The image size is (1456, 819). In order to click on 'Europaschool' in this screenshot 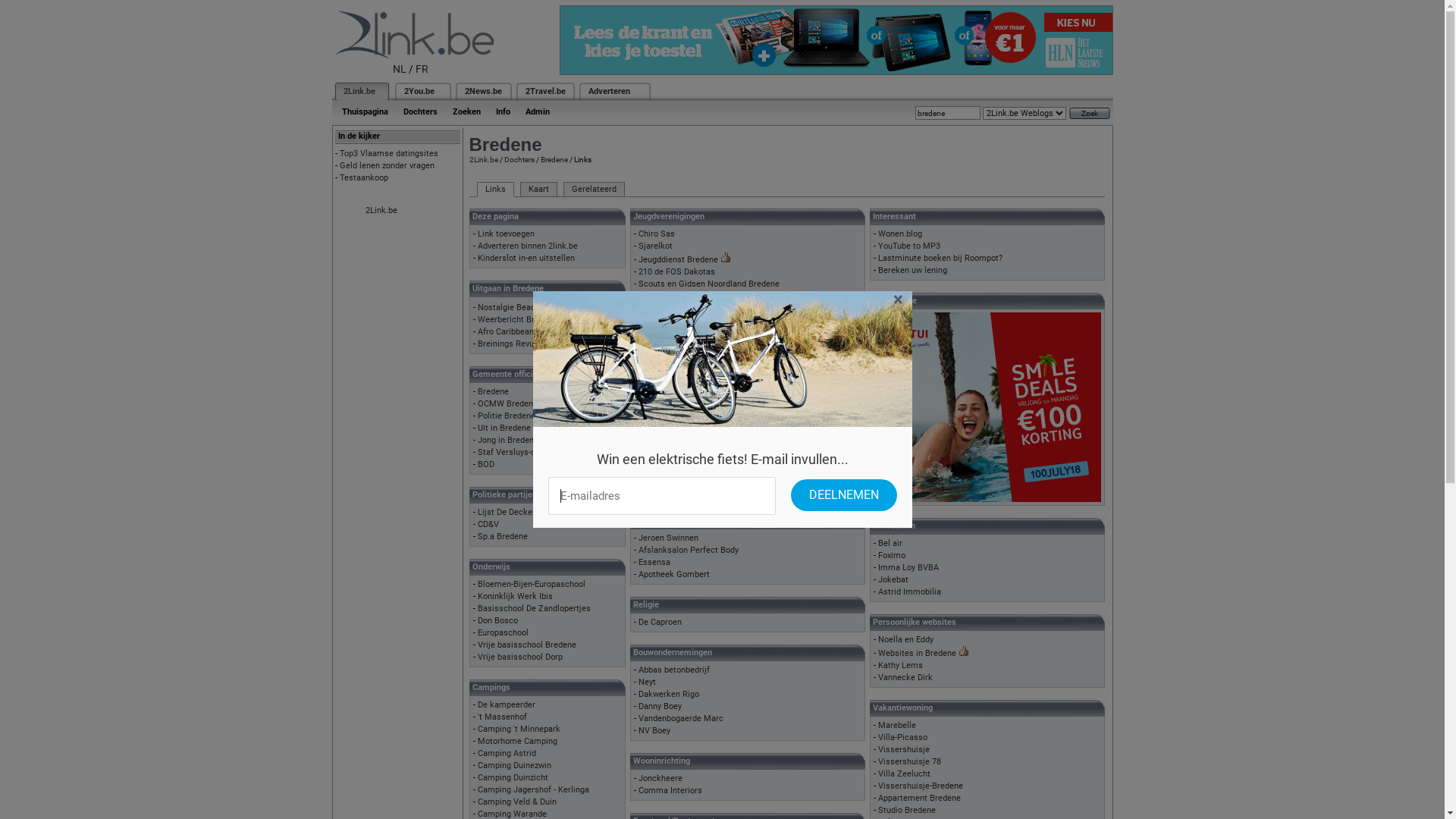, I will do `click(476, 632)`.